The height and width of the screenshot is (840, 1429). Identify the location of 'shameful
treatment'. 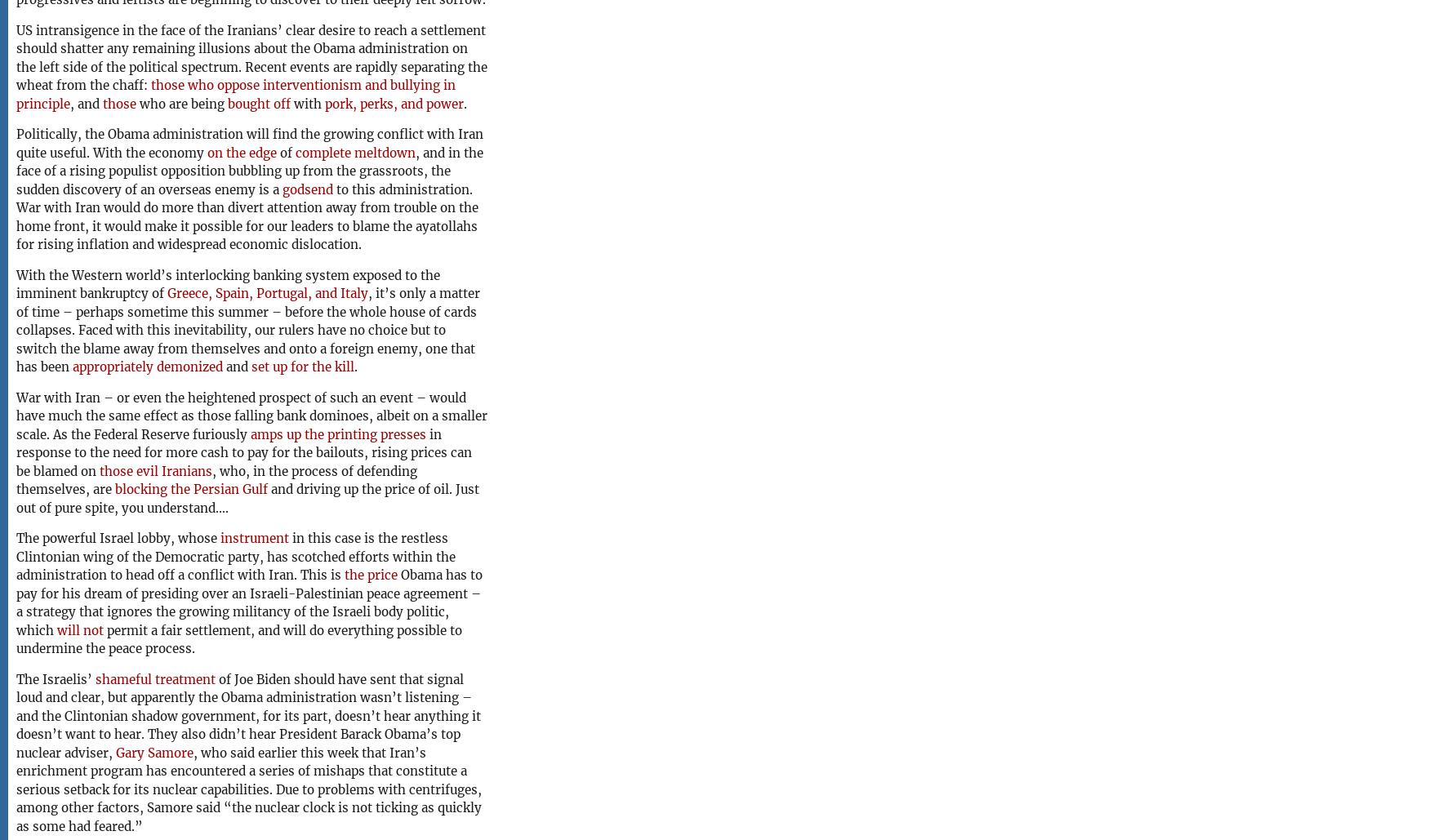
(155, 678).